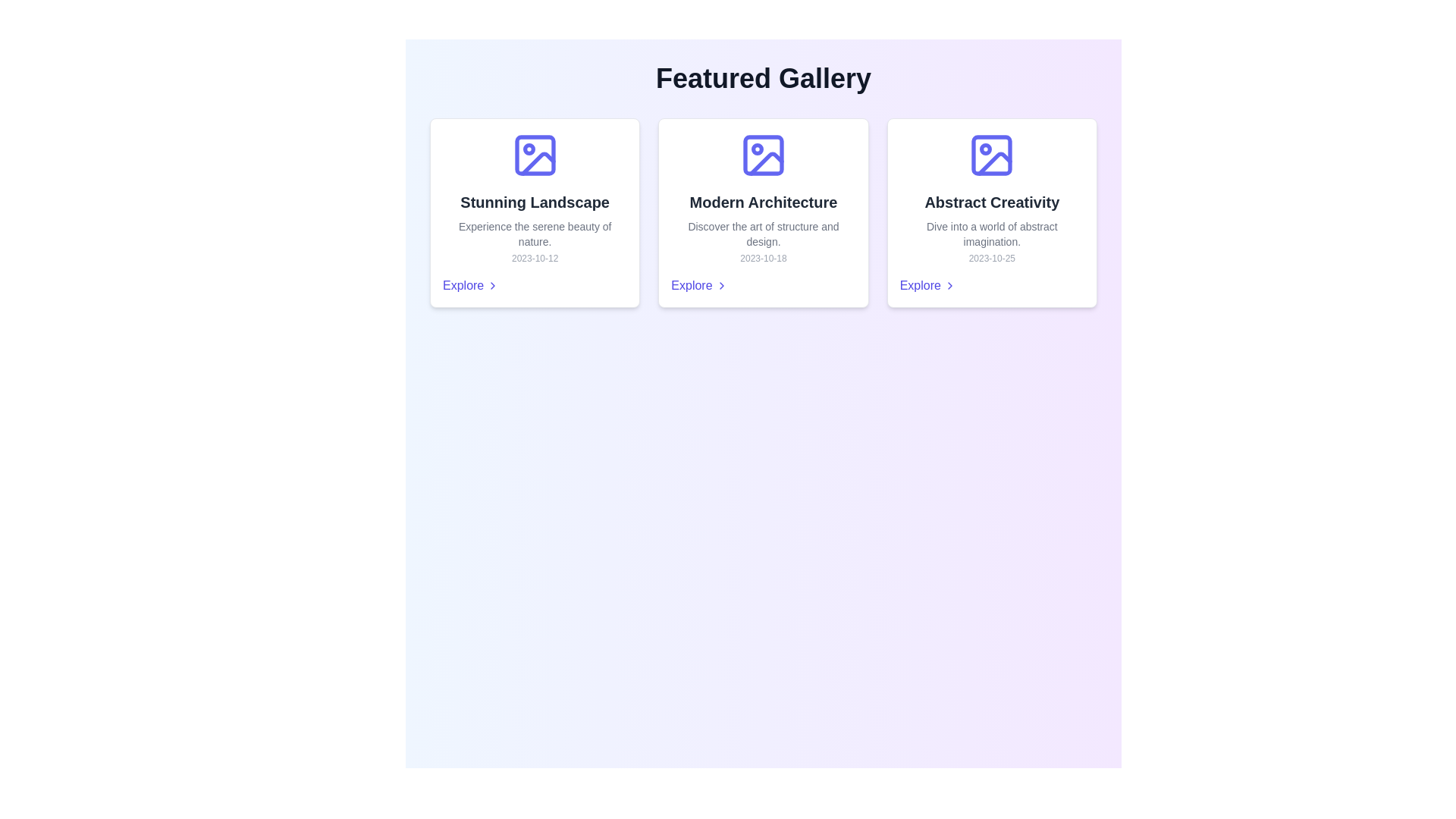 Image resolution: width=1456 pixels, height=819 pixels. What do you see at coordinates (986, 149) in the screenshot?
I see `the small indigo circle SVG element located at the top of the 'Abstract Creativity' card` at bounding box center [986, 149].